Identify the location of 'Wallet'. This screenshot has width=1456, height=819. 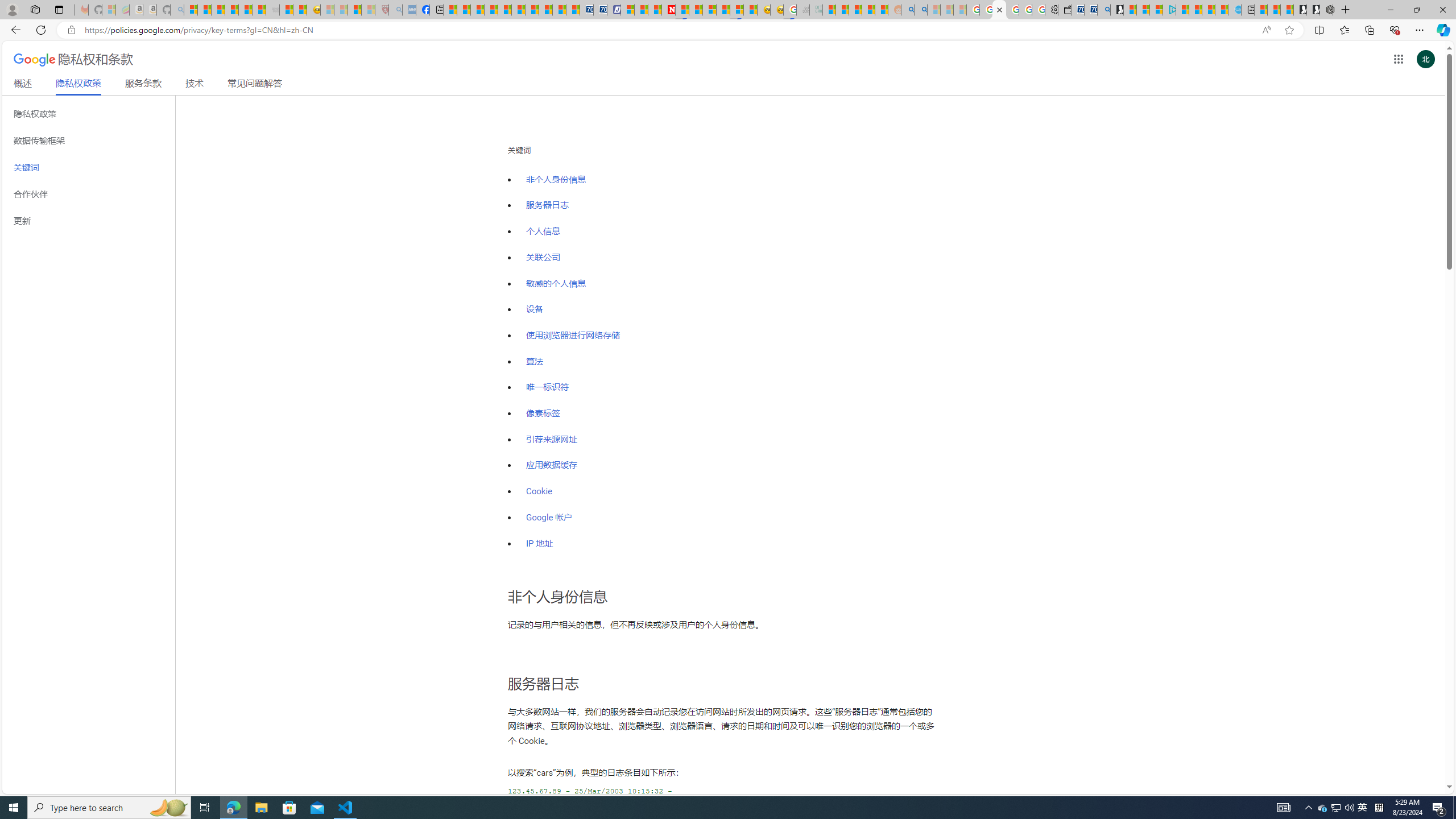
(1064, 9).